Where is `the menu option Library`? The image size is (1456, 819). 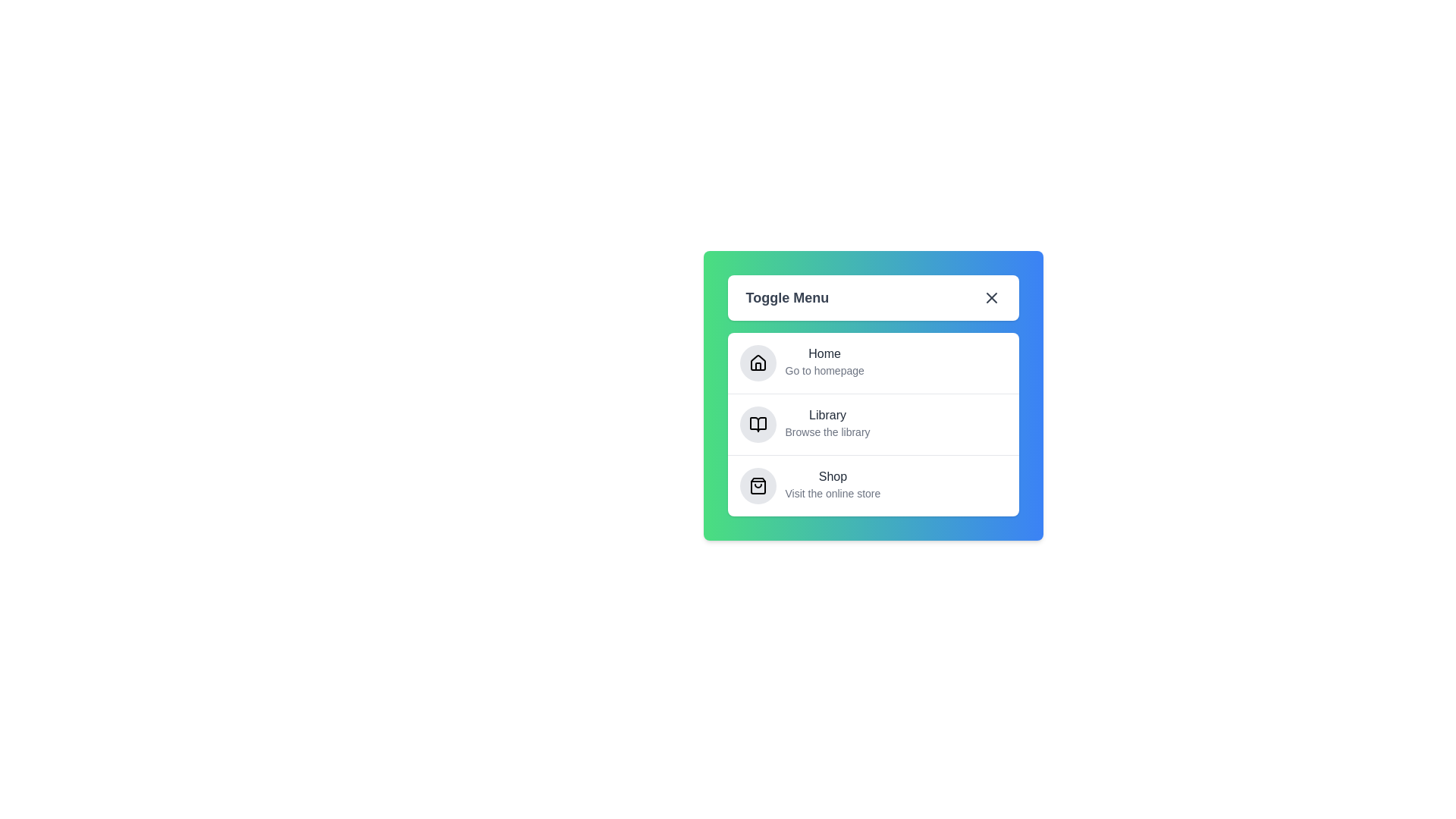
the menu option Library is located at coordinates (833, 417).